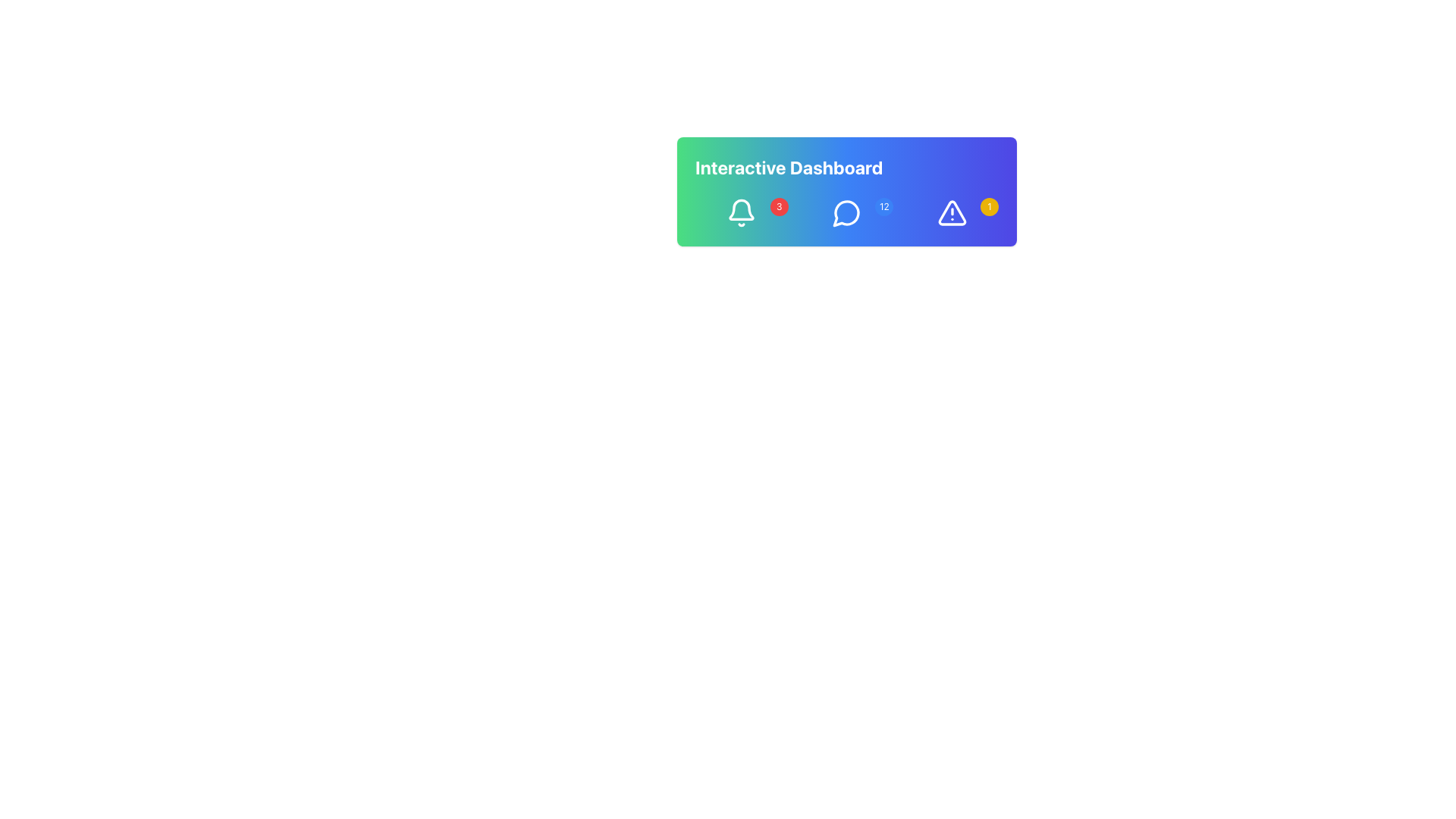  Describe the element at coordinates (846, 213) in the screenshot. I see `the badge that displays the count of messages or notifications, located at the top-right of the speech bubble icon in the middle column of the content grid` at that location.